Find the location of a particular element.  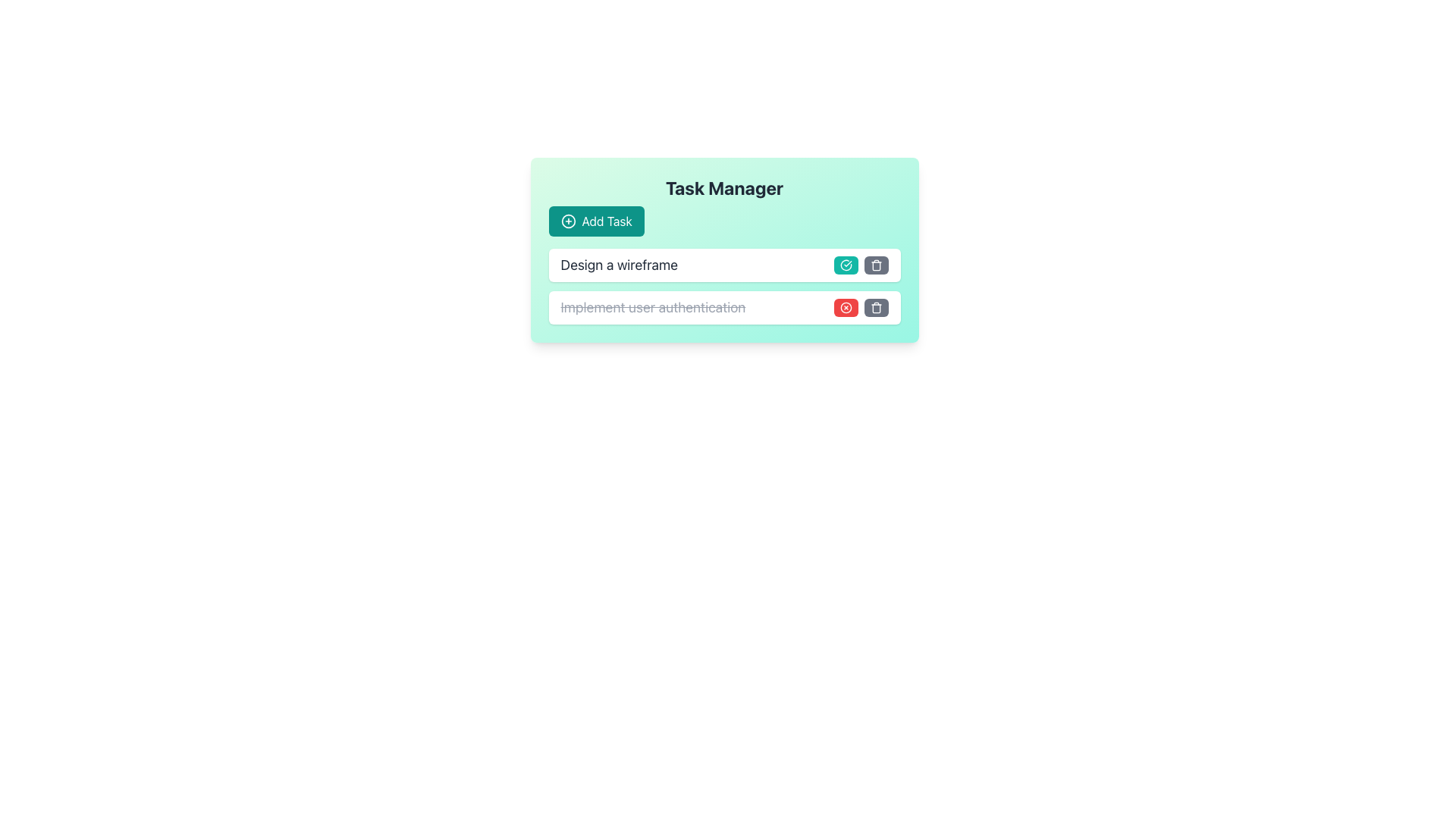

the circular icon with a plus symbol, part of the 'Add Task' button is located at coordinates (567, 221).